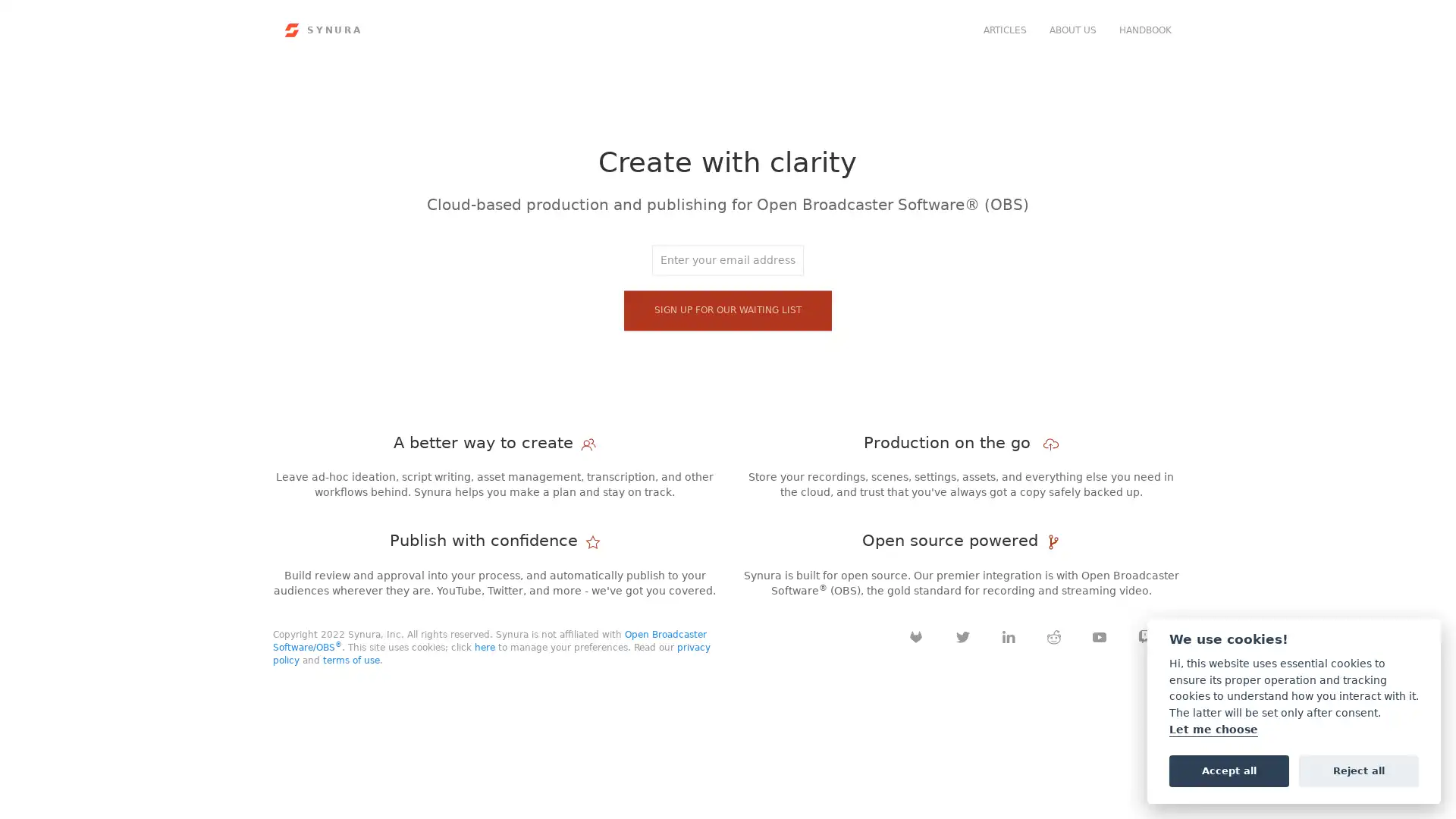 The image size is (1456, 819). What do you see at coordinates (1228, 770) in the screenshot?
I see `Accept all` at bounding box center [1228, 770].